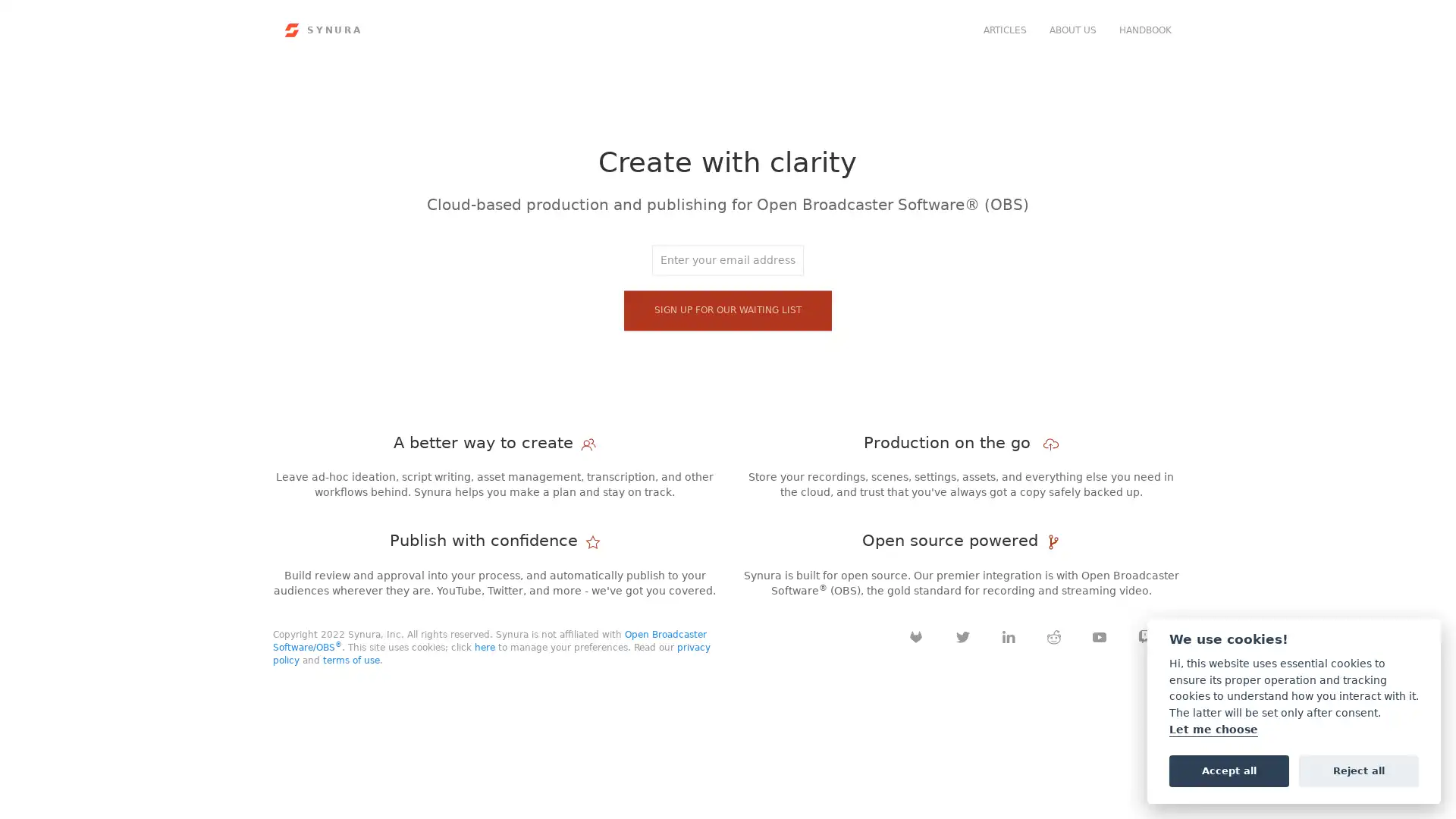 The image size is (1456, 819). What do you see at coordinates (1228, 770) in the screenshot?
I see `Accept all` at bounding box center [1228, 770].